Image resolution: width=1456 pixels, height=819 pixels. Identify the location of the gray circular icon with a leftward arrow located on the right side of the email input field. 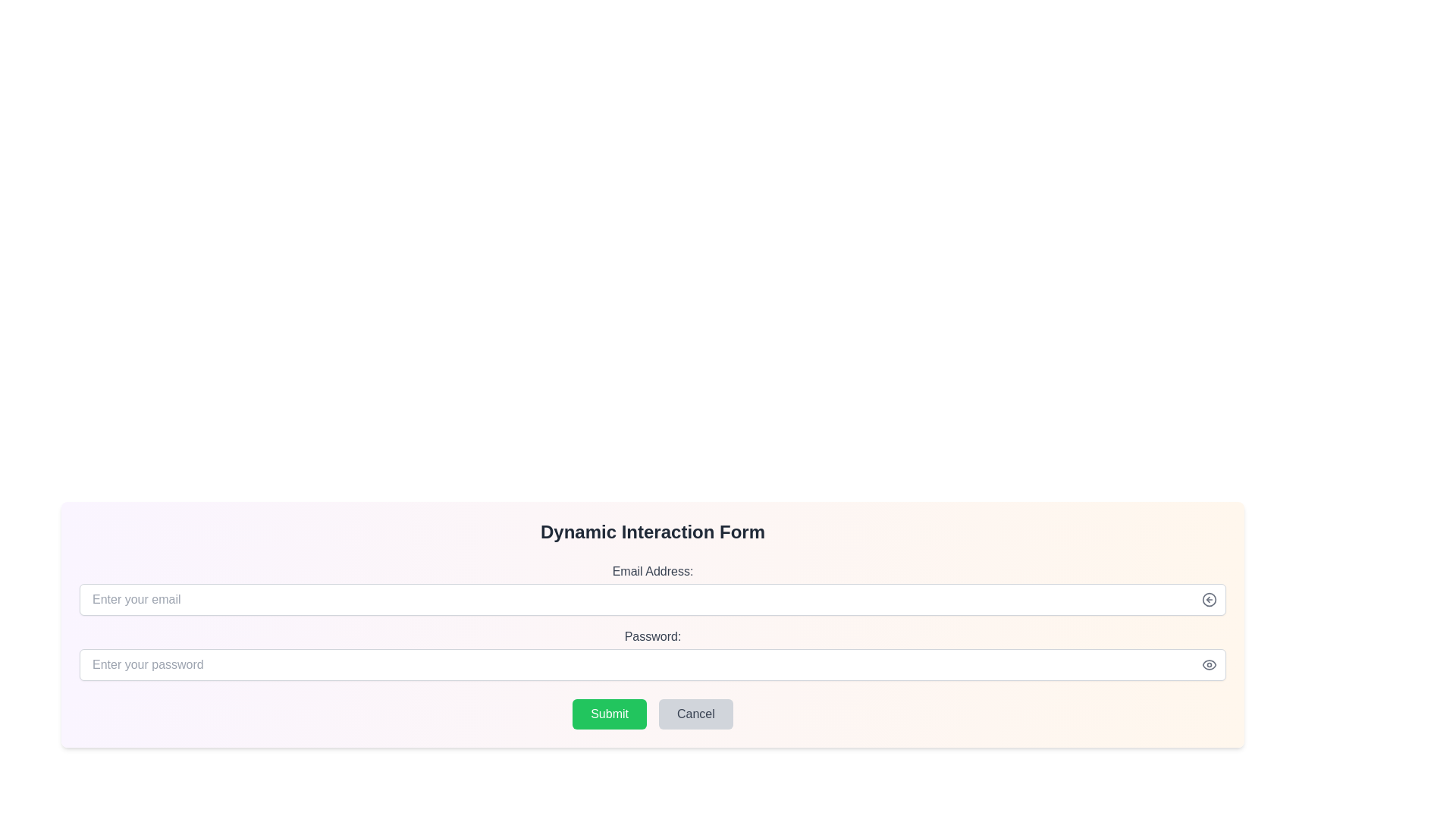
(1208, 598).